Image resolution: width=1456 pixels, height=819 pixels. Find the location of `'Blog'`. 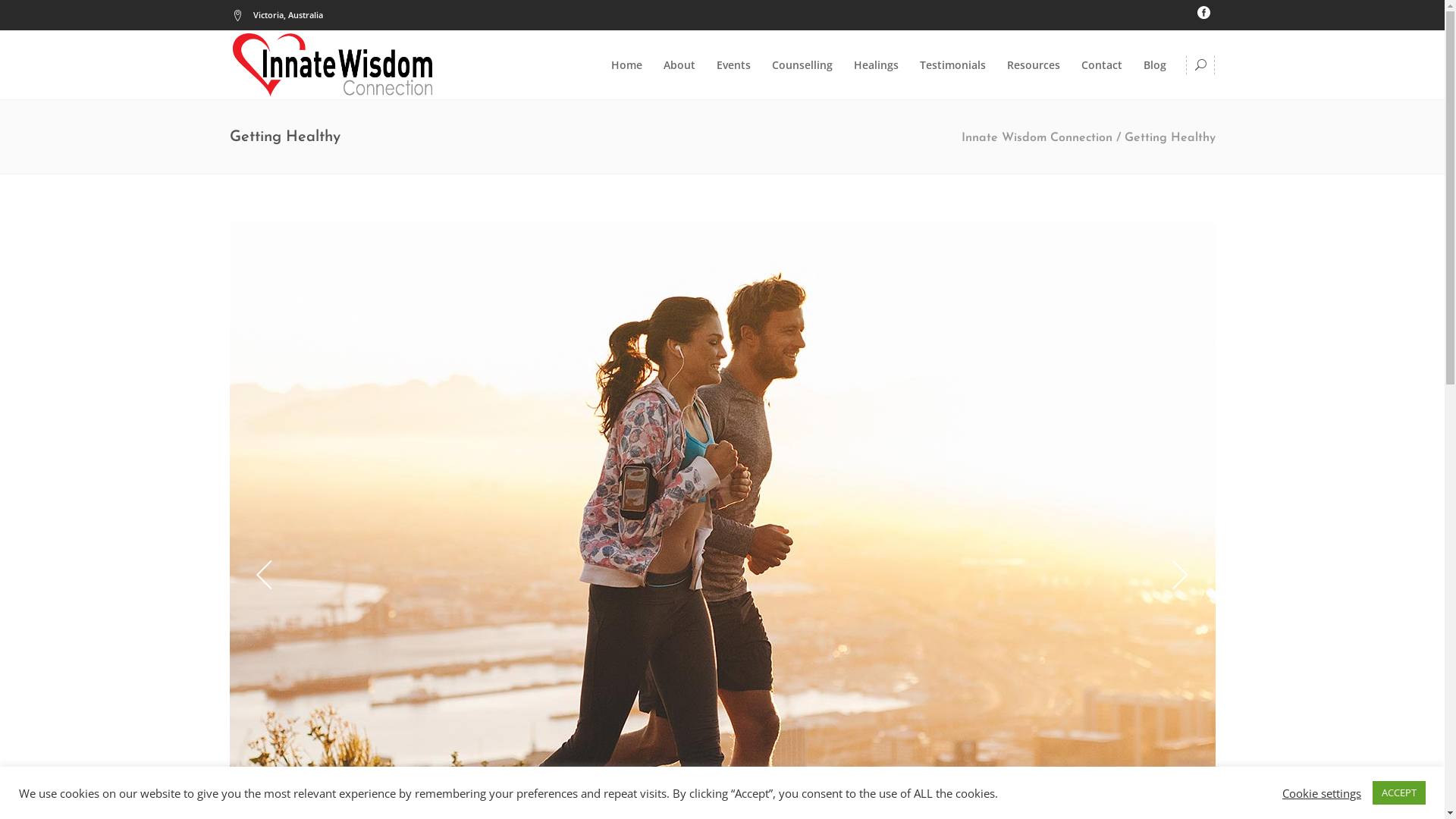

'Blog' is located at coordinates (1153, 64).